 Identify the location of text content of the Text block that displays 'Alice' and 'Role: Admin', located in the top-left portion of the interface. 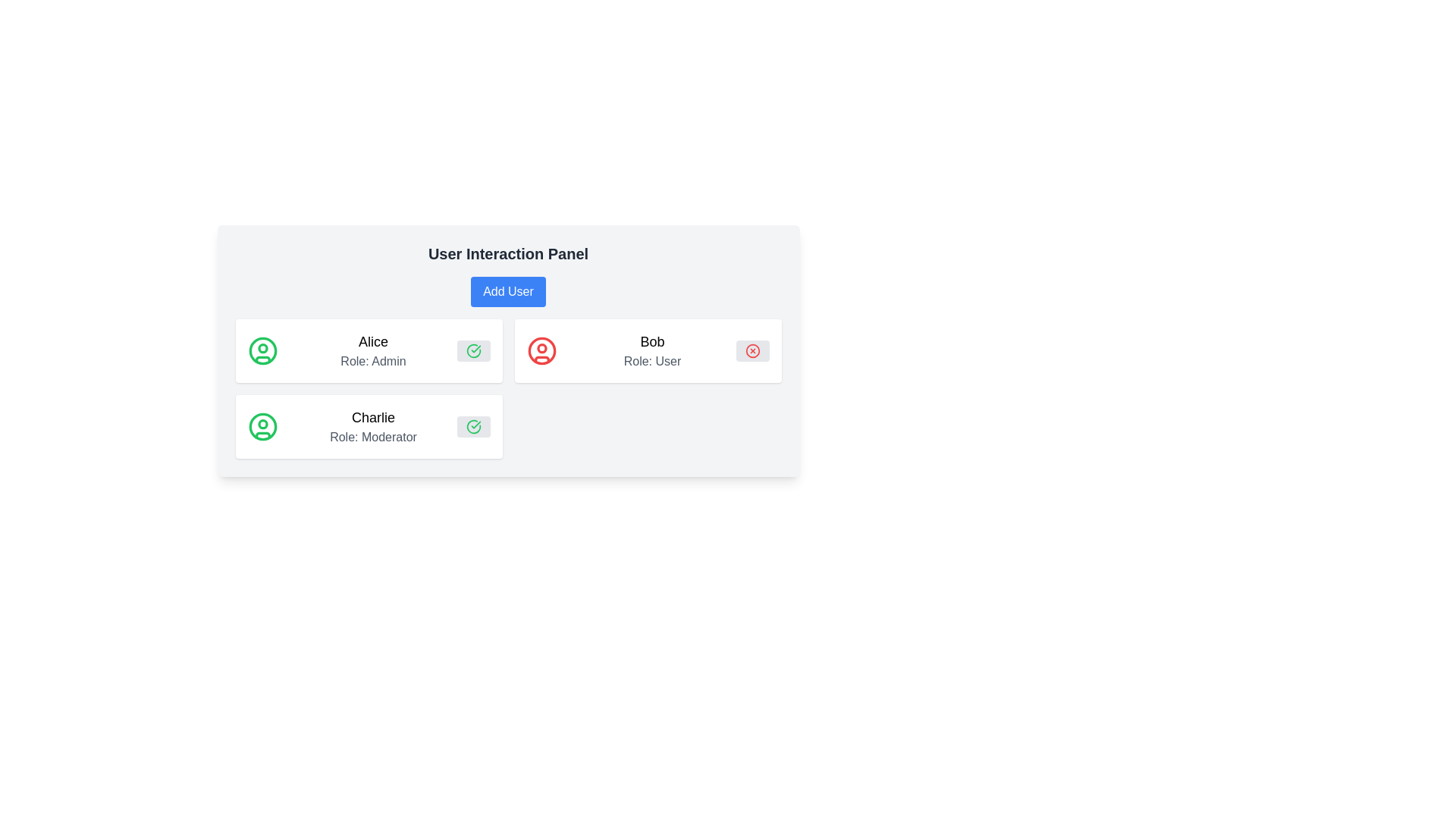
(373, 350).